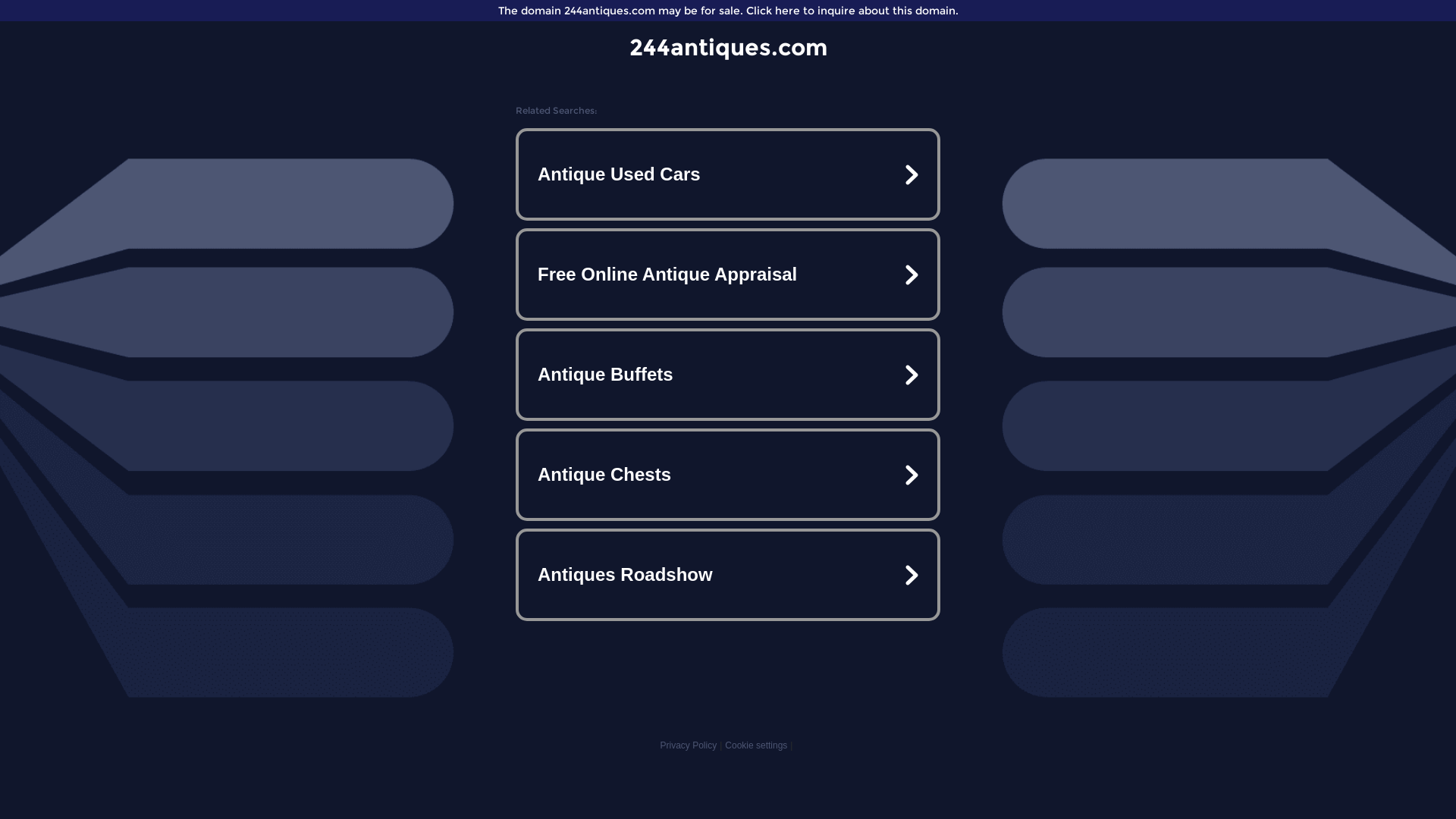  I want to click on 'Privacy Policy', so click(687, 745).